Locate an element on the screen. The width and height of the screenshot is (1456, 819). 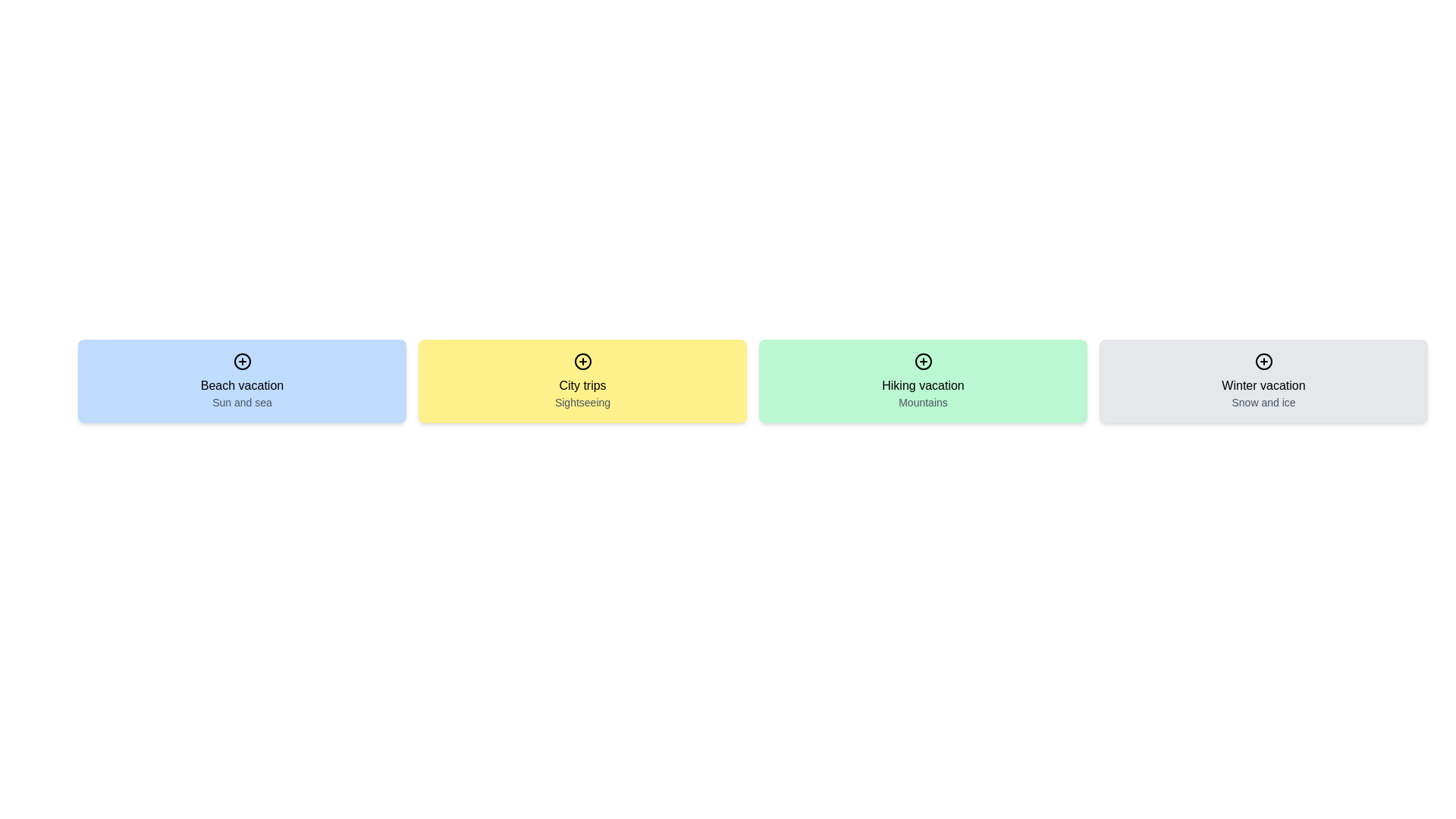
descriptive text label located below the title in the card labeled 'Hiking vacation', which is centrally positioned in the third item of a horizontal grid is located at coordinates (922, 402).